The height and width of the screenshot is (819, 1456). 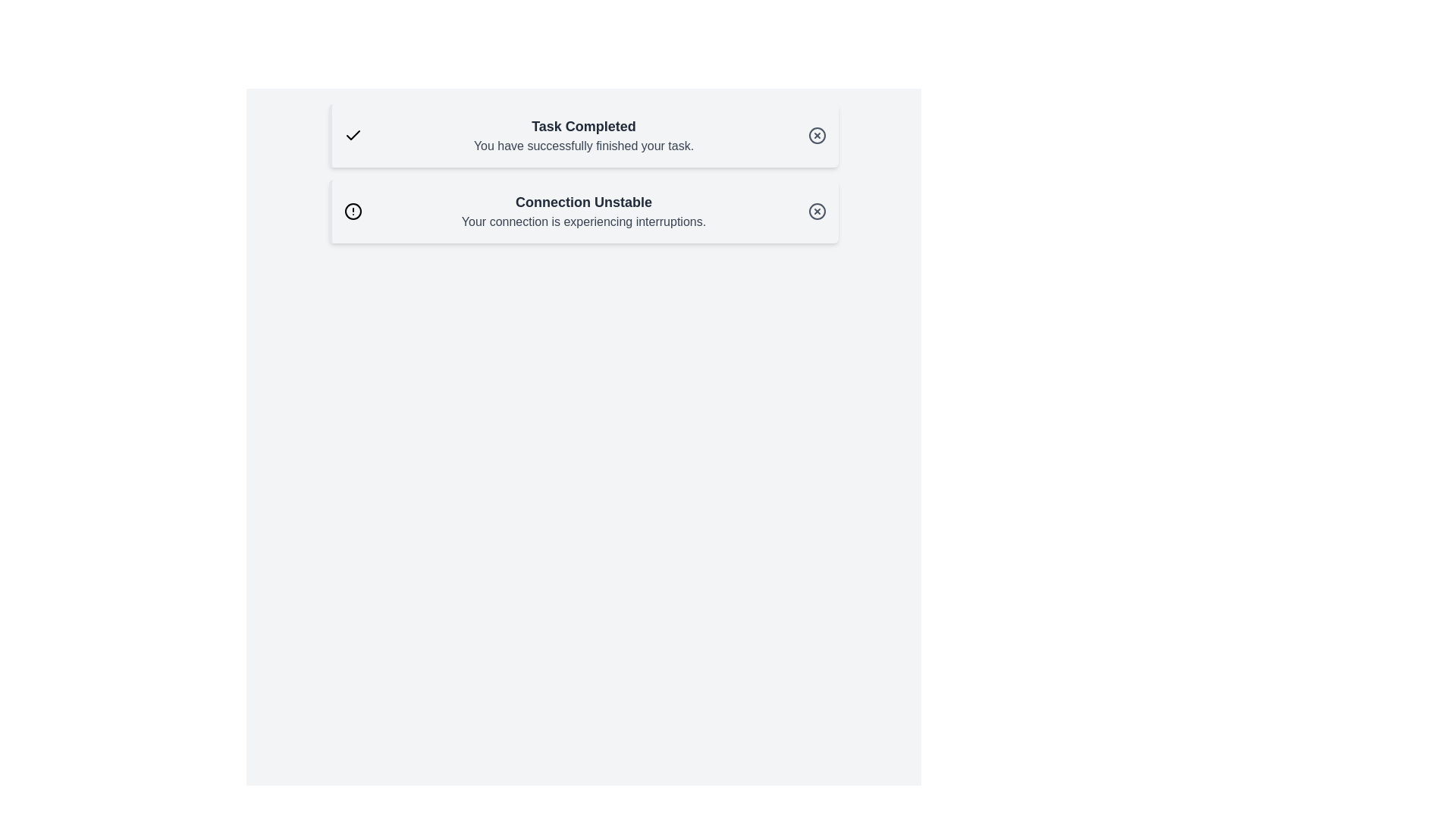 What do you see at coordinates (582, 211) in the screenshot?
I see `message from the Notification box titled 'Connection Unstable' which states 'Your connection is experiencing interruptions.'` at bounding box center [582, 211].